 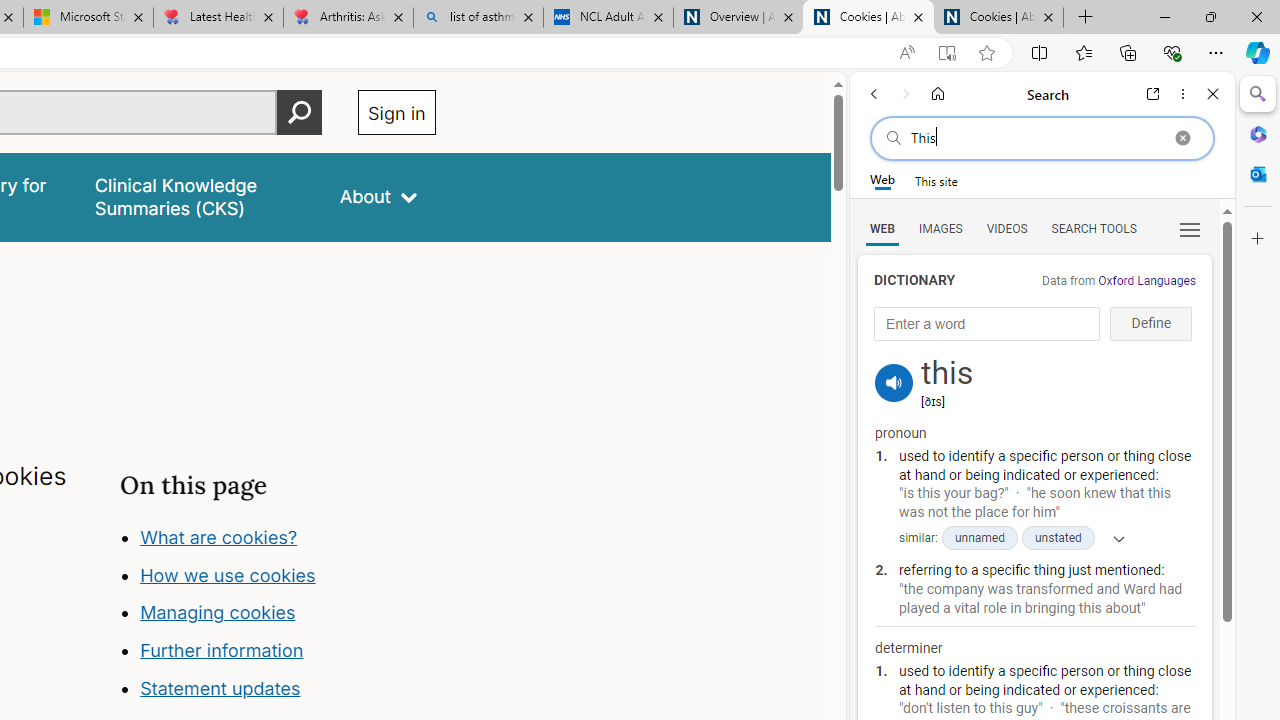 What do you see at coordinates (979, 537) in the screenshot?
I see `'unnamed'` at bounding box center [979, 537].